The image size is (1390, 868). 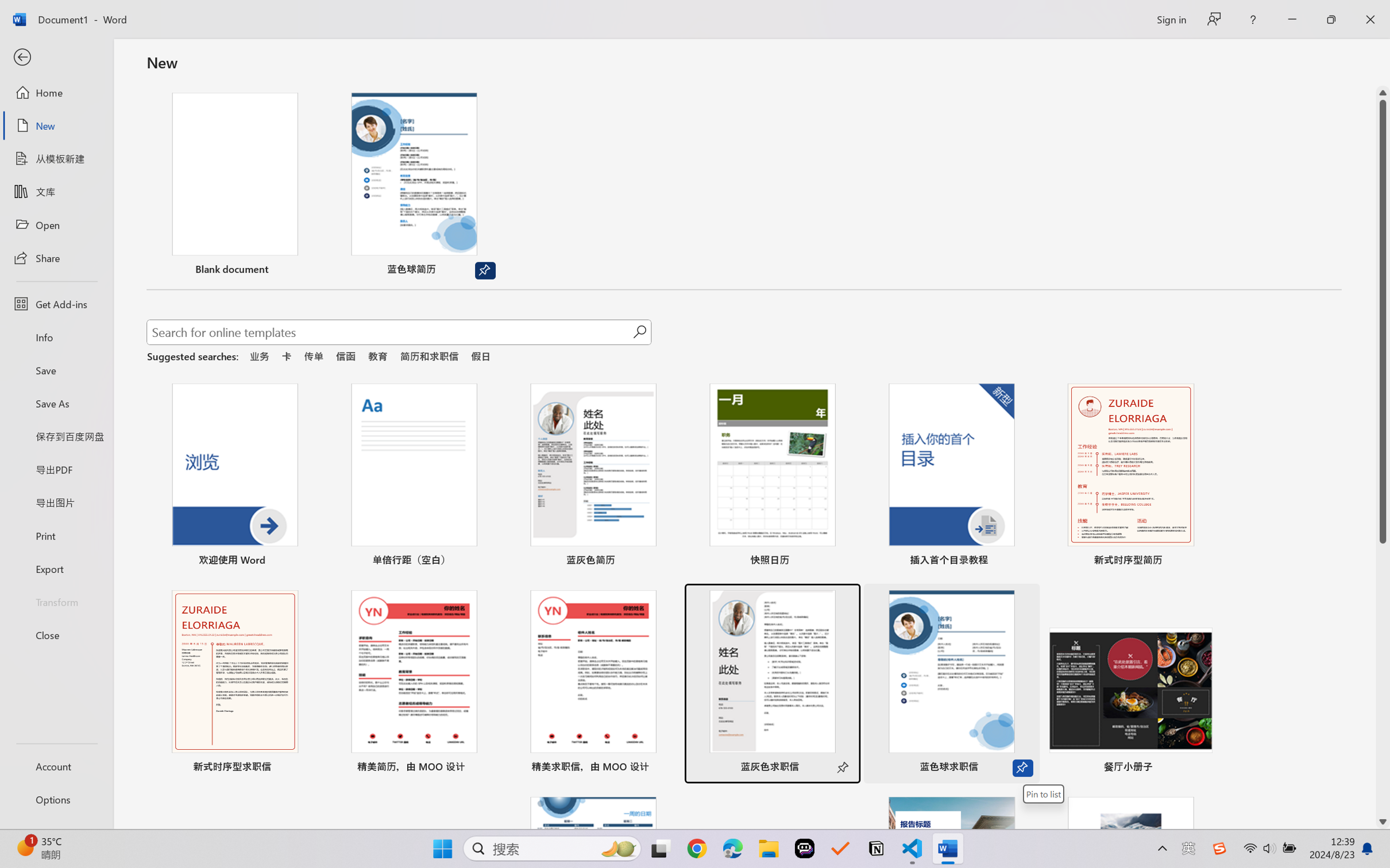 I want to click on 'Export', so click(x=56, y=568).